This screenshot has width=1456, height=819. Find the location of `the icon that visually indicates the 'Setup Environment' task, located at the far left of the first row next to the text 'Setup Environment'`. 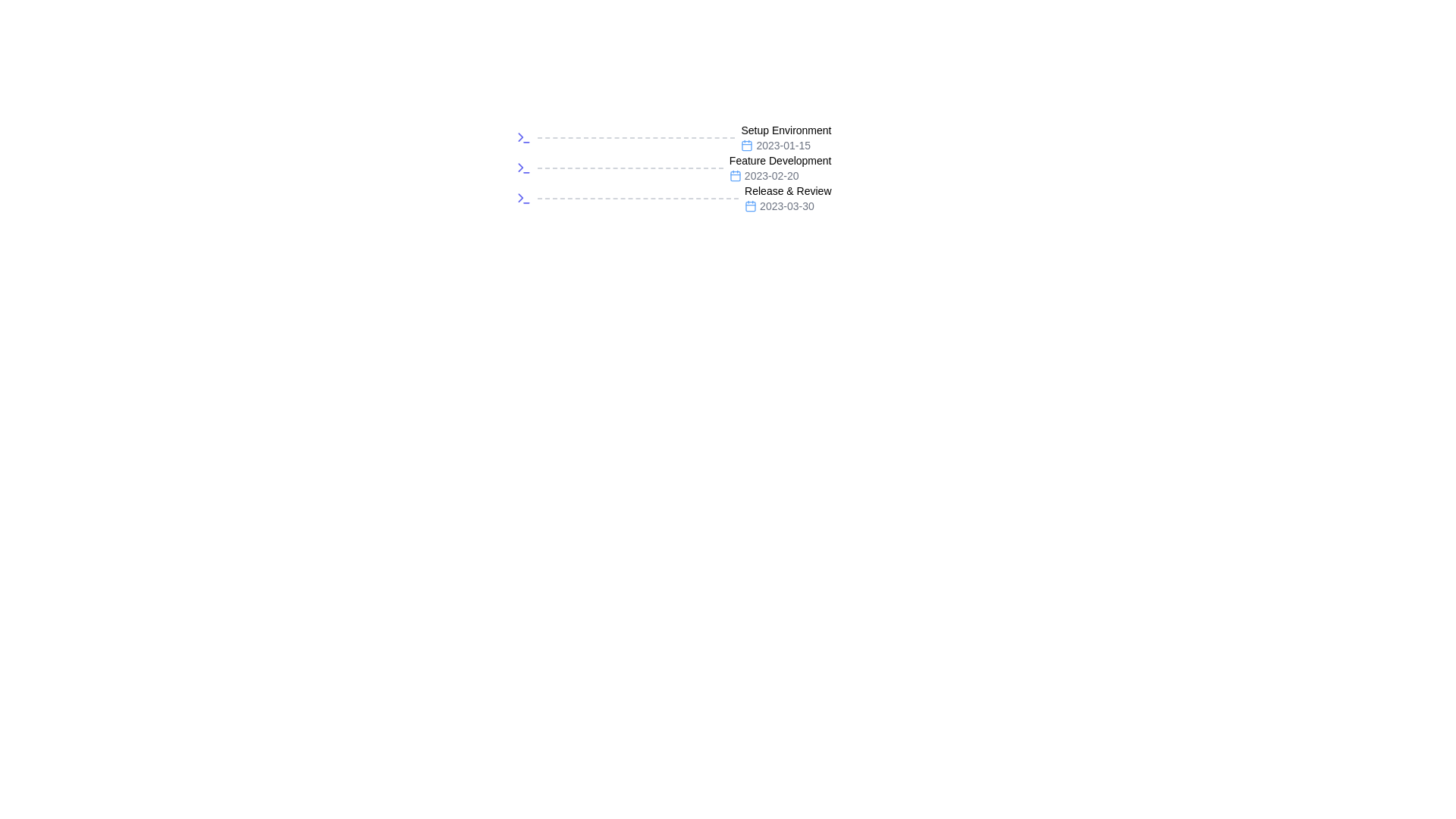

the icon that visually indicates the 'Setup Environment' task, located at the far left of the first row next to the text 'Setup Environment' is located at coordinates (523, 137).